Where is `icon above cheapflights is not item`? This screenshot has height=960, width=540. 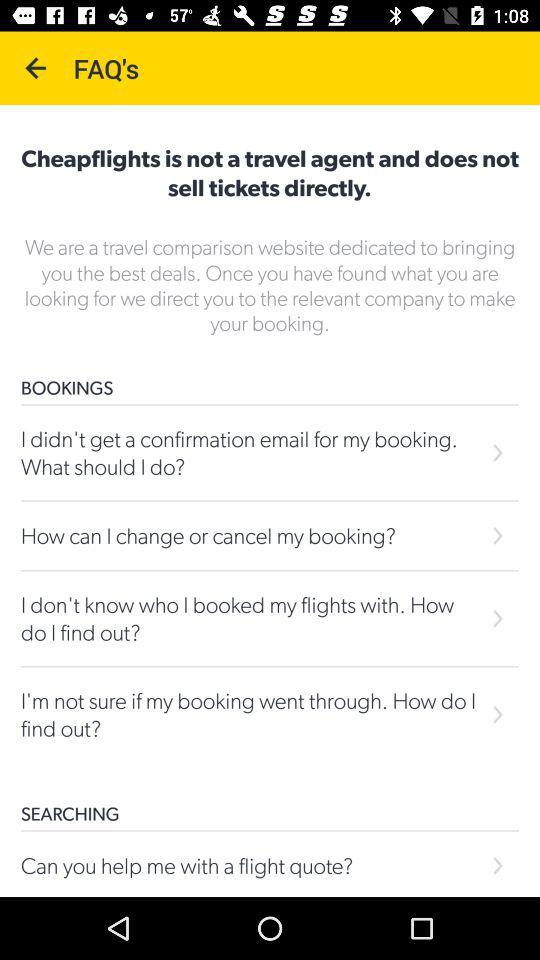 icon above cheapflights is not item is located at coordinates (36, 68).